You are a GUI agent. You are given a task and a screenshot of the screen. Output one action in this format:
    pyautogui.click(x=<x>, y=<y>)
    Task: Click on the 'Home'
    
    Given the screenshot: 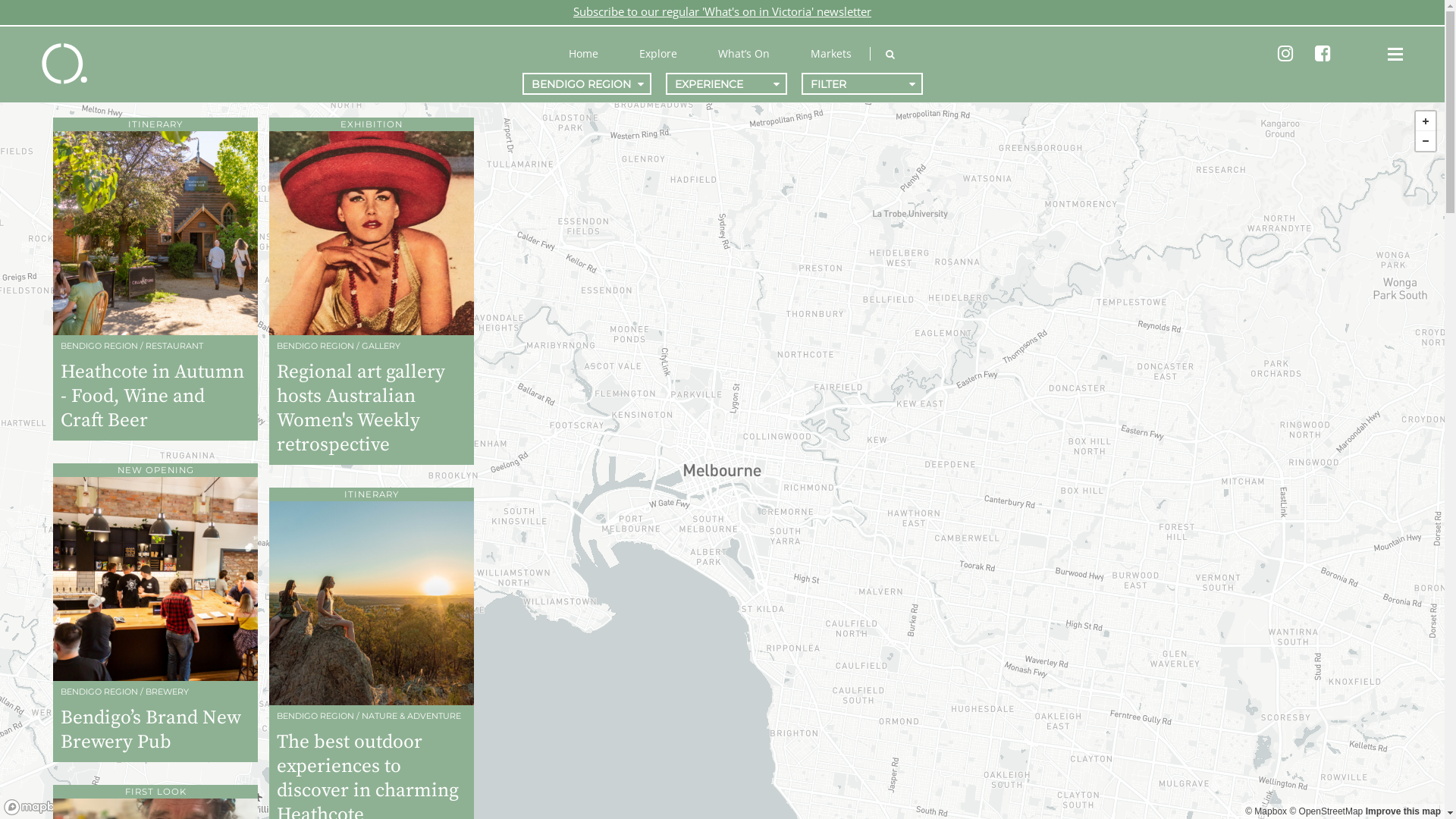 What is the action you would take?
    pyautogui.click(x=582, y=52)
    